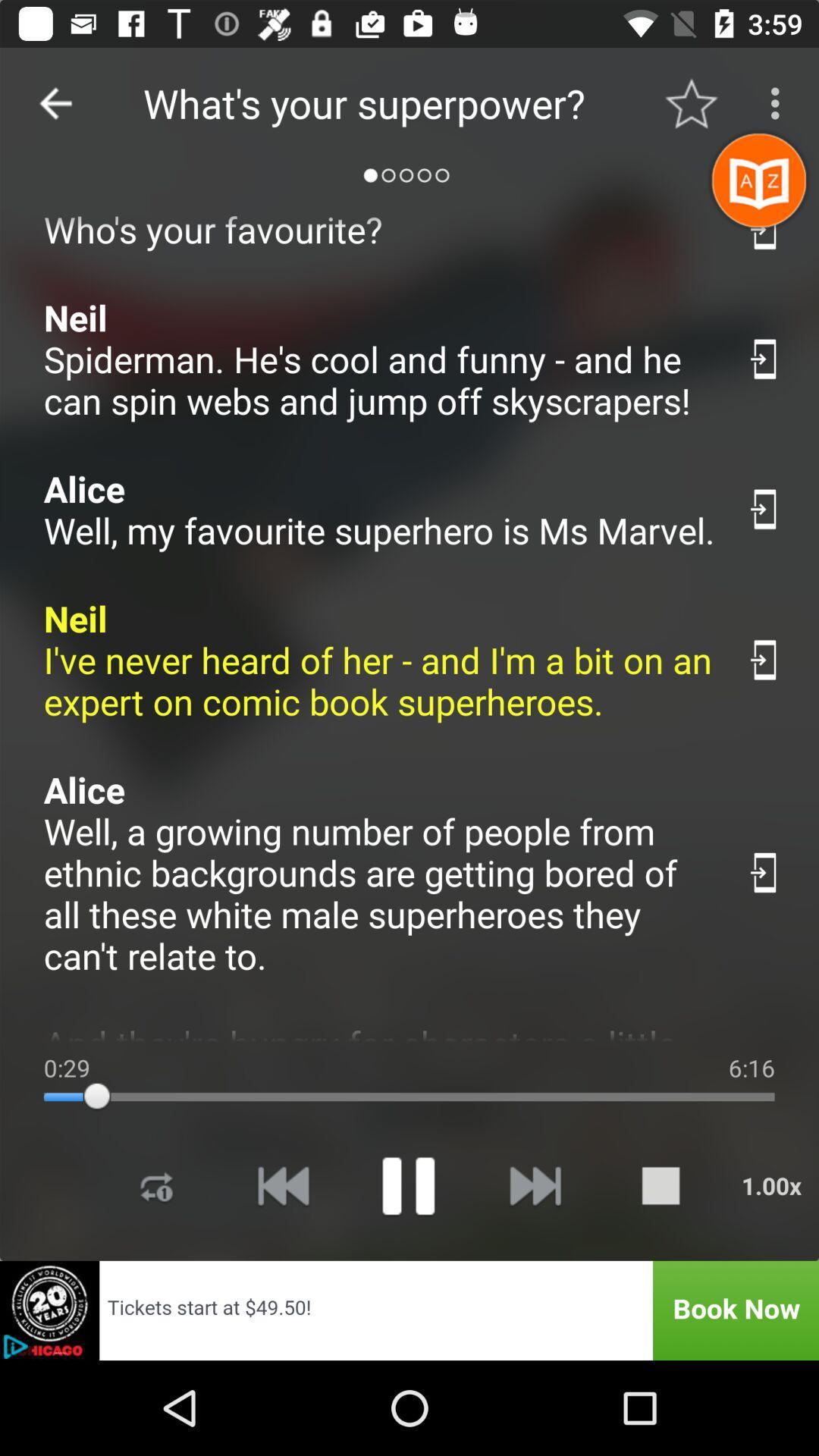  What do you see at coordinates (765, 872) in the screenshot?
I see `share the article` at bounding box center [765, 872].